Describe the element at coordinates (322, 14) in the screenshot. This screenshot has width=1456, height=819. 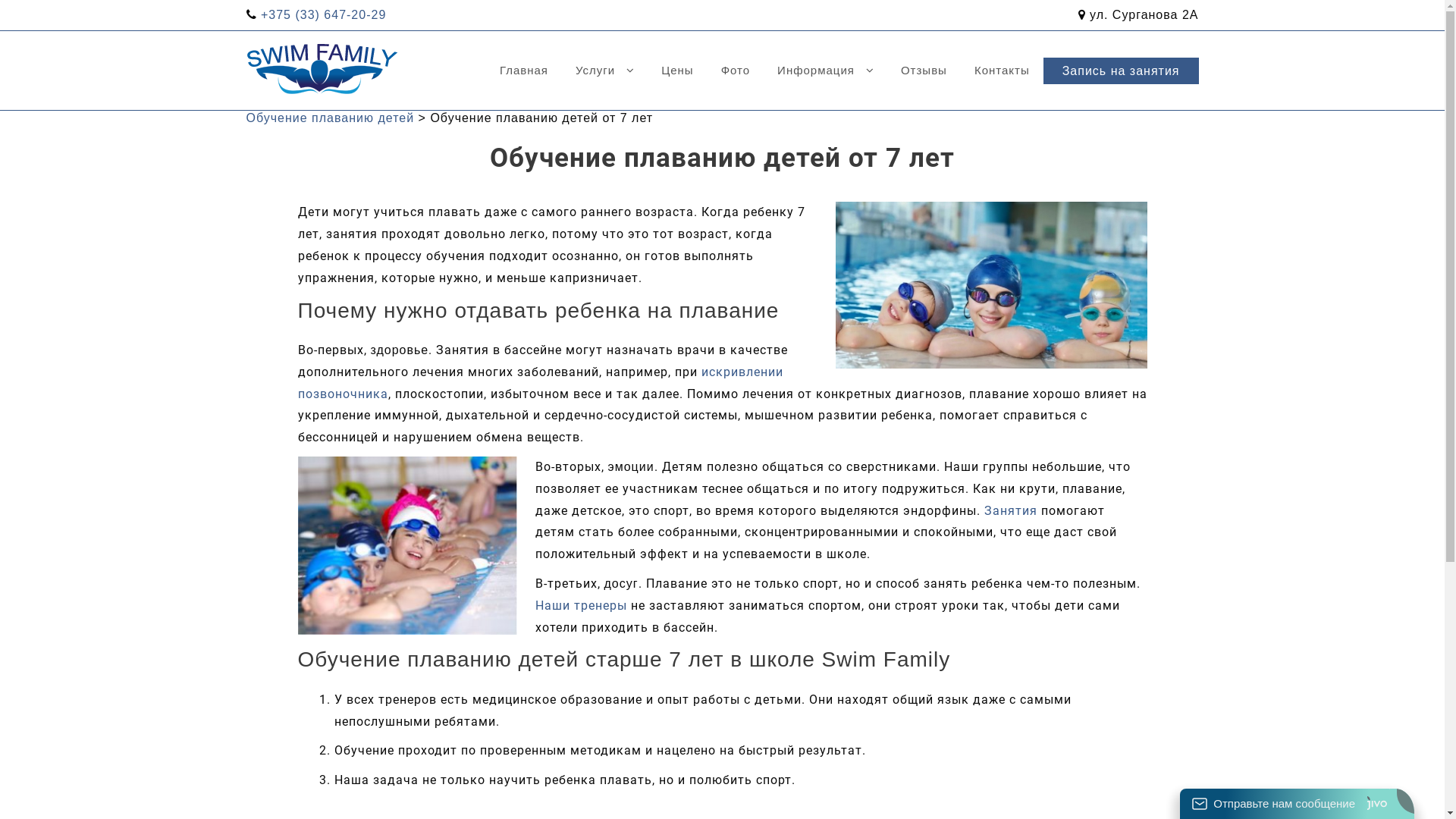
I see `'+375 (33) 647-20-29'` at that location.